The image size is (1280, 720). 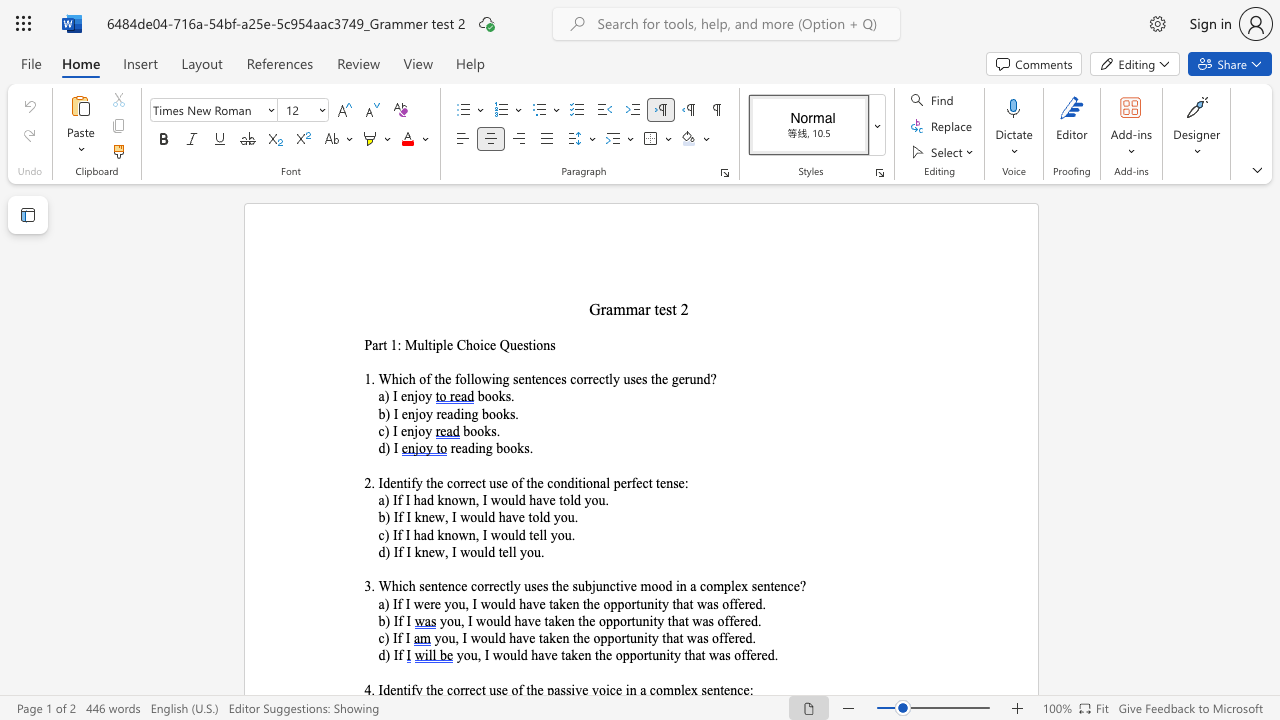 I want to click on the subset text ": Mul" within the text "Part 1: Multiple Choice Questions", so click(x=397, y=344).